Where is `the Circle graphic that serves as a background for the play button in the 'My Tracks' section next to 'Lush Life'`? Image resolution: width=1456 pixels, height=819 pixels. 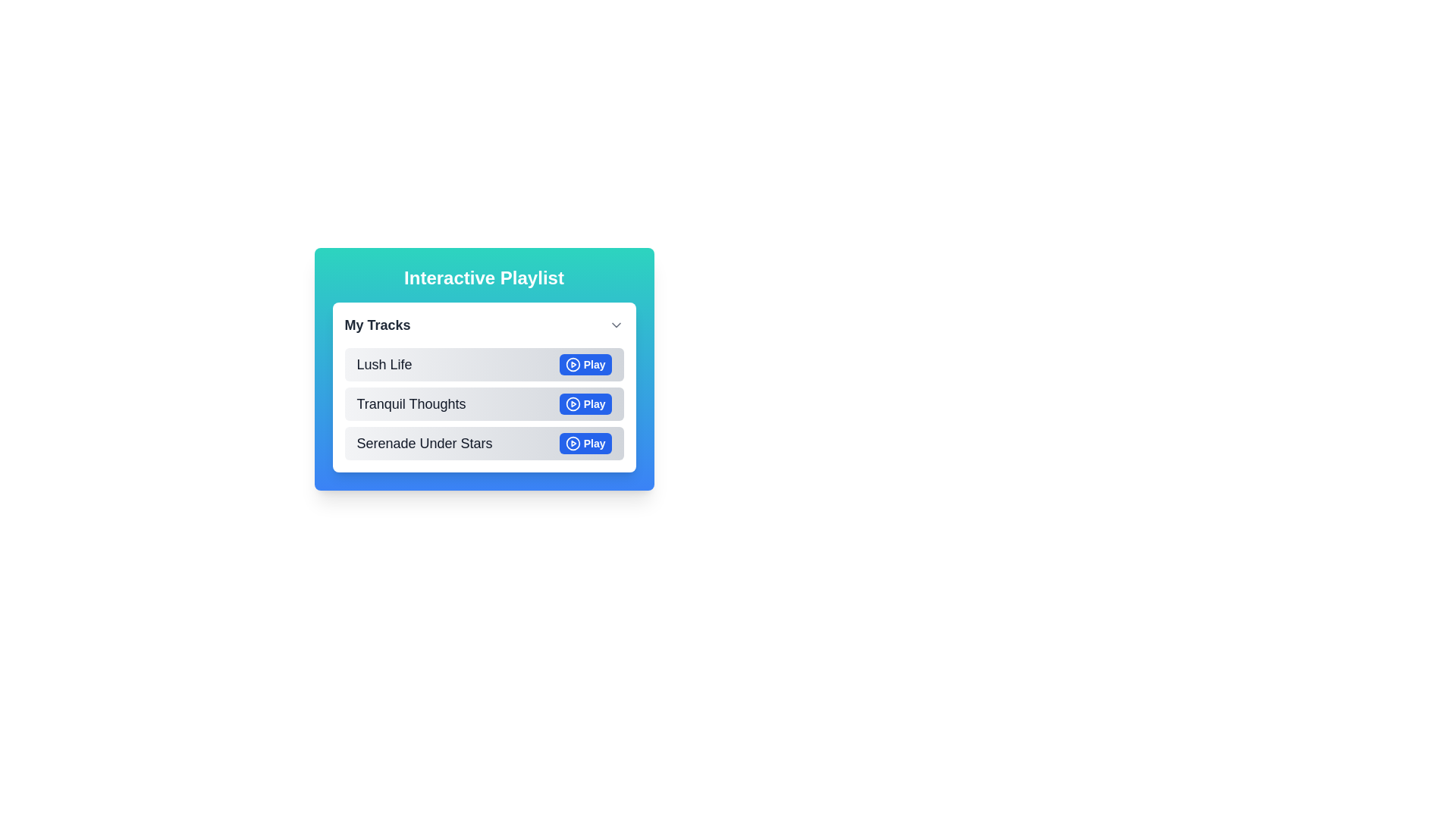 the Circle graphic that serves as a background for the play button in the 'My Tracks' section next to 'Lush Life' is located at coordinates (572, 365).